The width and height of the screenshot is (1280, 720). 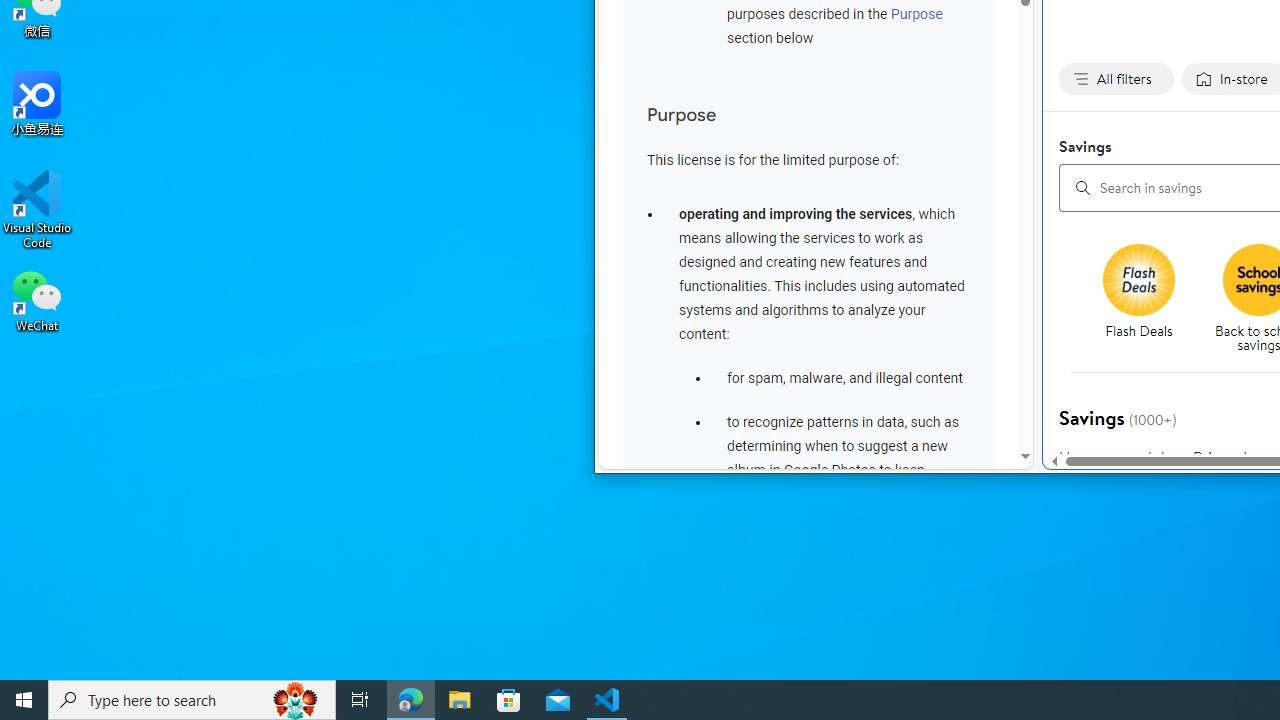 I want to click on 'All filters none applied, activate to change', so click(x=1115, y=78).